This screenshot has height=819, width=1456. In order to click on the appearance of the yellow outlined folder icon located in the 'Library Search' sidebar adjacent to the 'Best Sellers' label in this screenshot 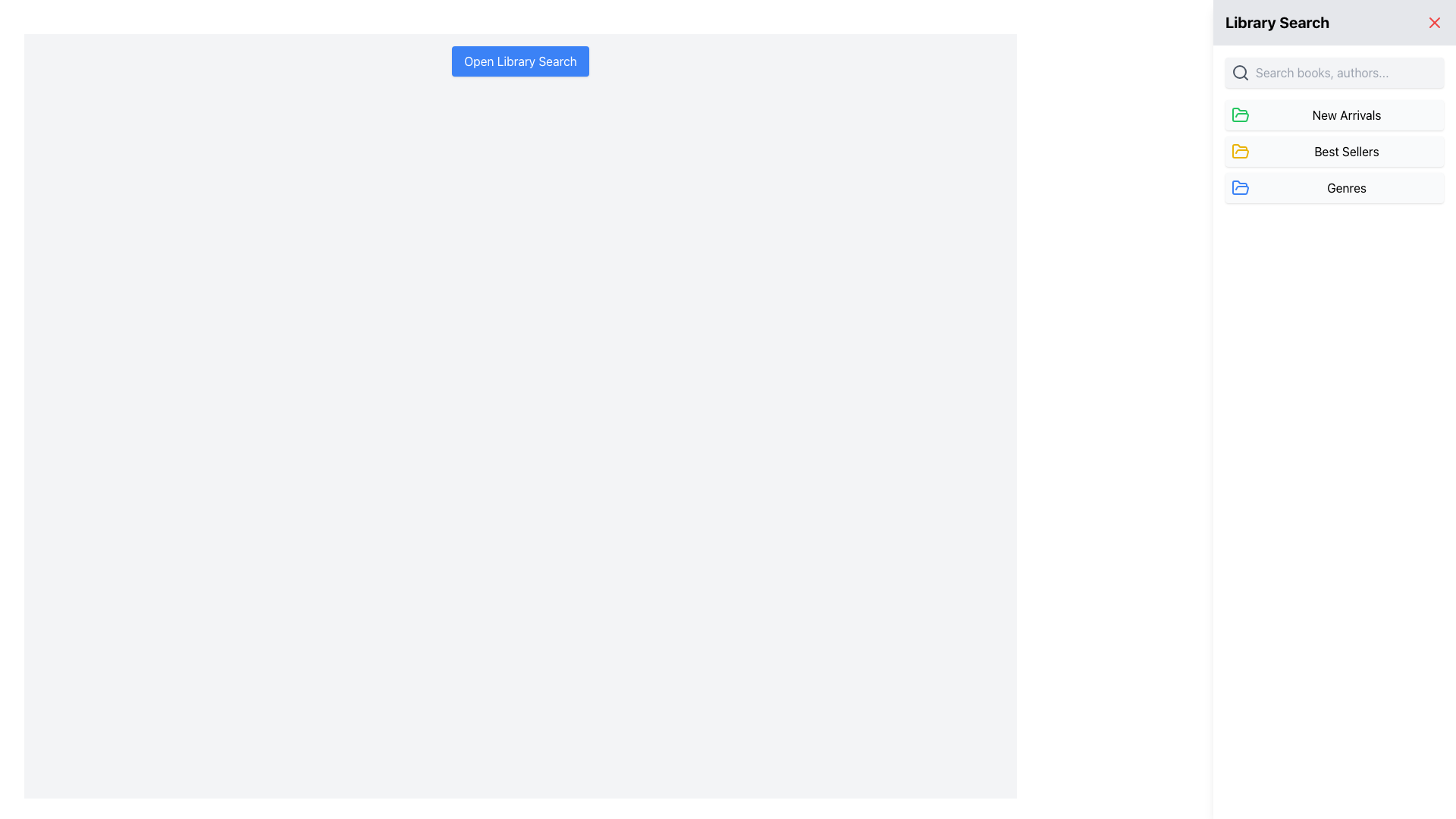, I will do `click(1241, 151)`.